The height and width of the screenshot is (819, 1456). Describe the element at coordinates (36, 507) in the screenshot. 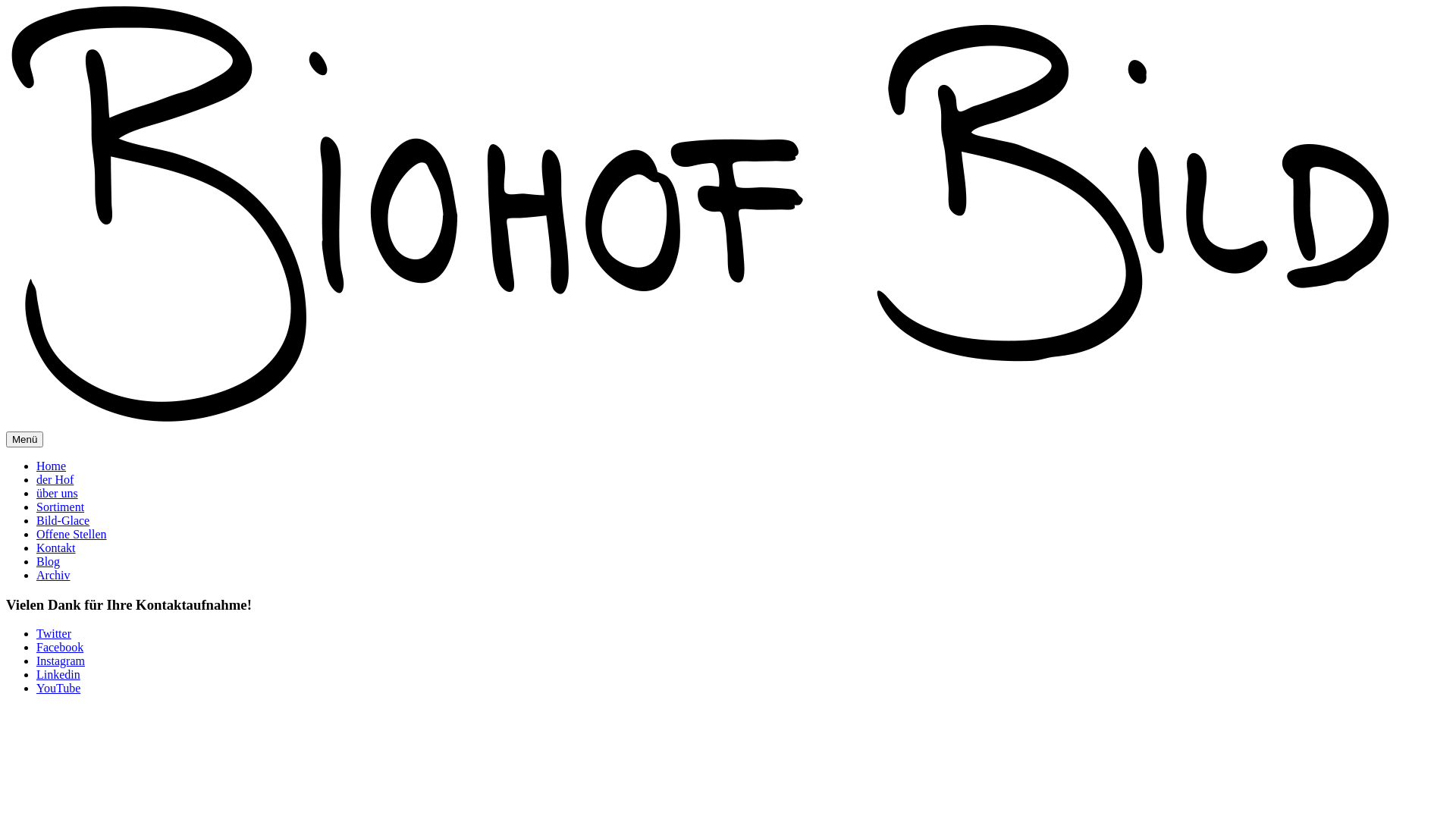

I see `'Sortiment'` at that location.